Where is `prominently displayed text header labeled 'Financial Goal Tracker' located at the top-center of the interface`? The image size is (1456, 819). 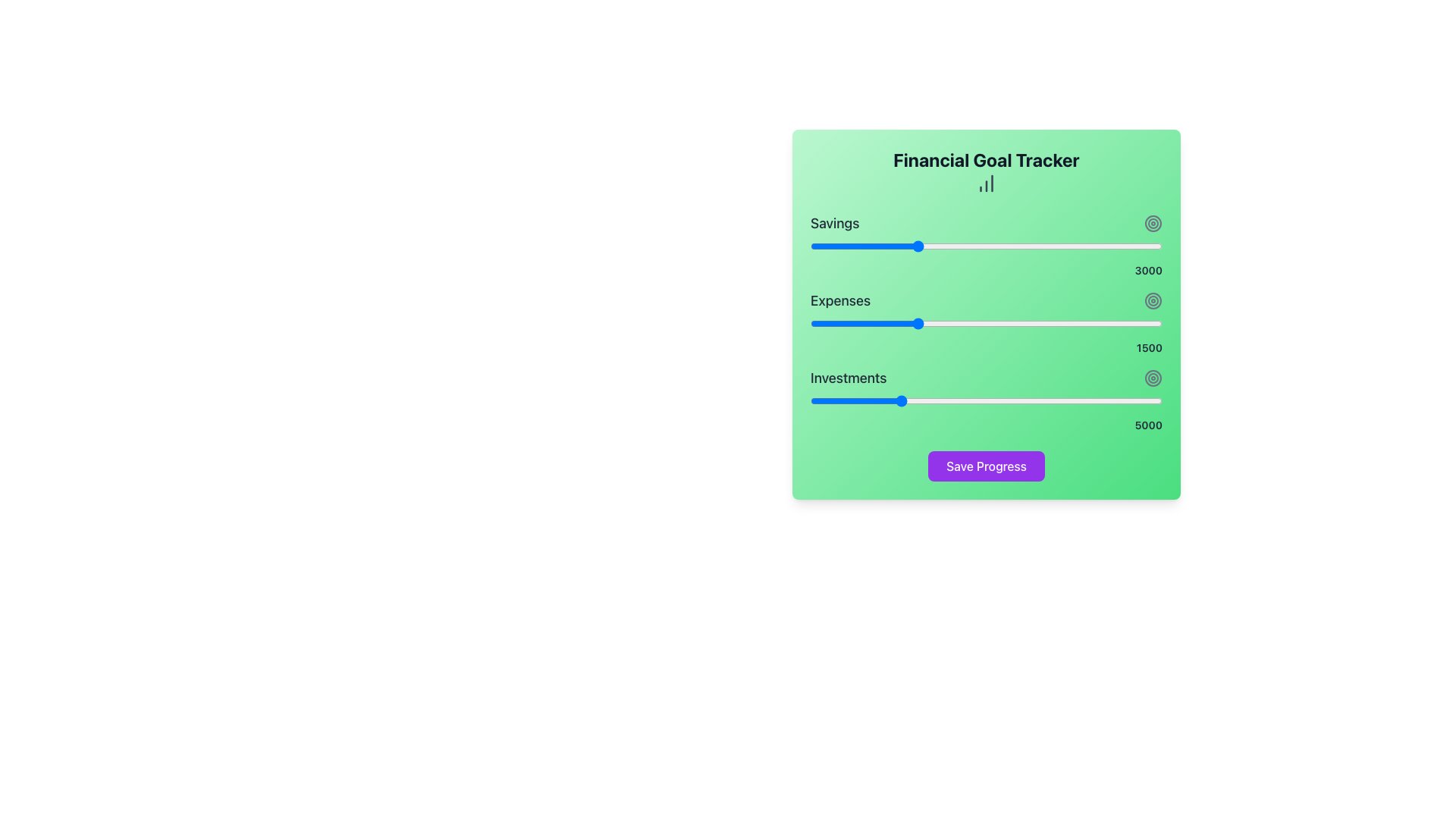
prominently displayed text header labeled 'Financial Goal Tracker' located at the top-center of the interface is located at coordinates (986, 160).